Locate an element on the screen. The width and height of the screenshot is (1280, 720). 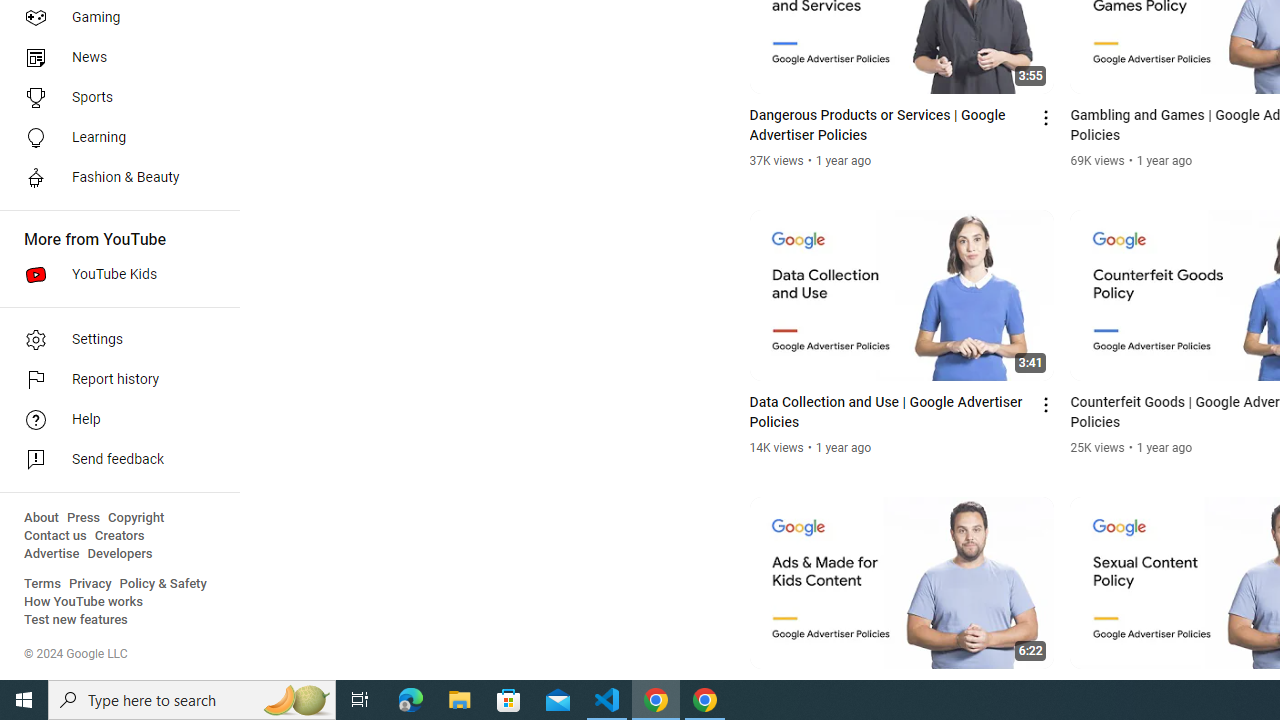
'Terms' is located at coordinates (42, 584).